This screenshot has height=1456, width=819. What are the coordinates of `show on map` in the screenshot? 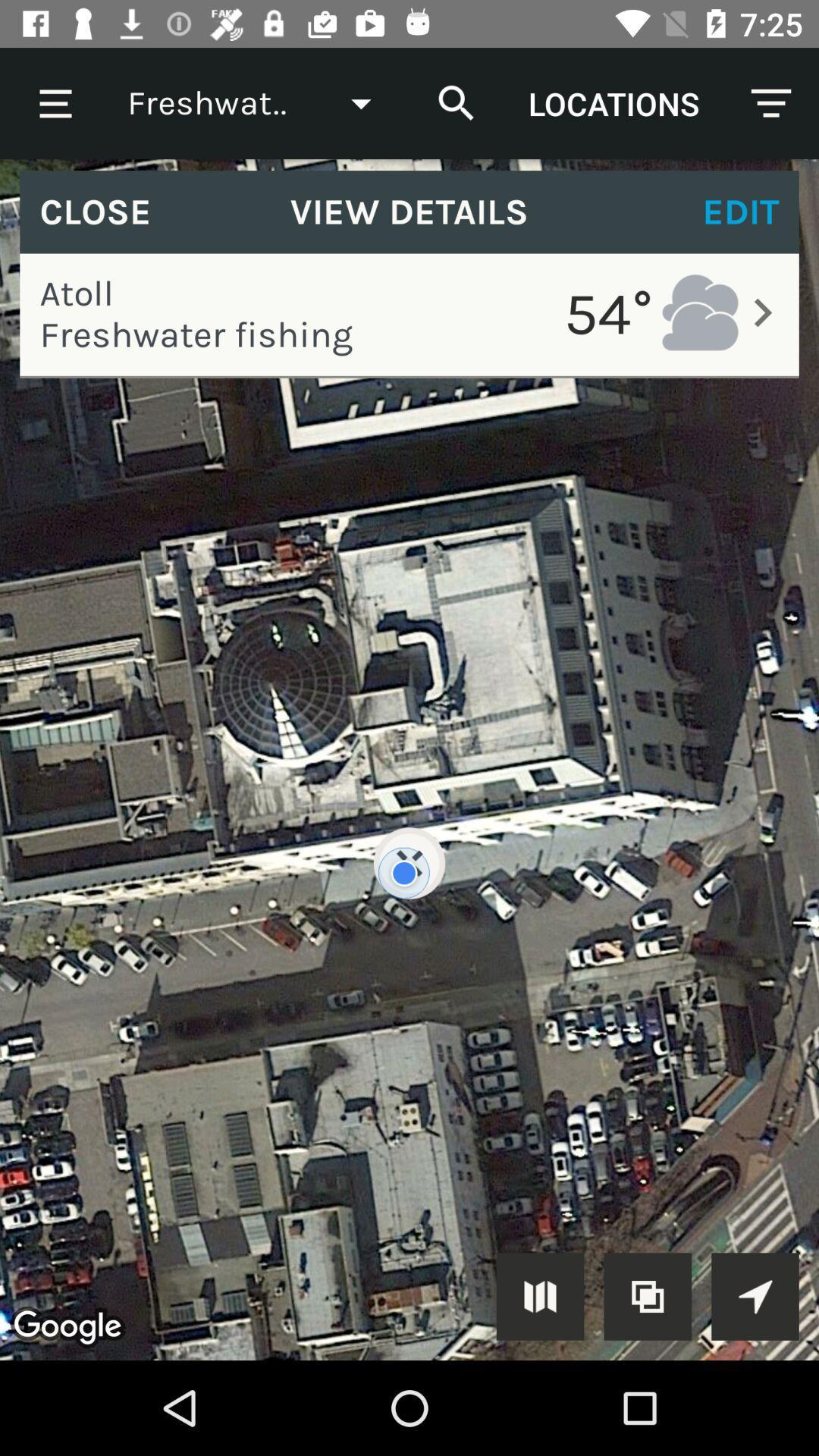 It's located at (539, 1295).